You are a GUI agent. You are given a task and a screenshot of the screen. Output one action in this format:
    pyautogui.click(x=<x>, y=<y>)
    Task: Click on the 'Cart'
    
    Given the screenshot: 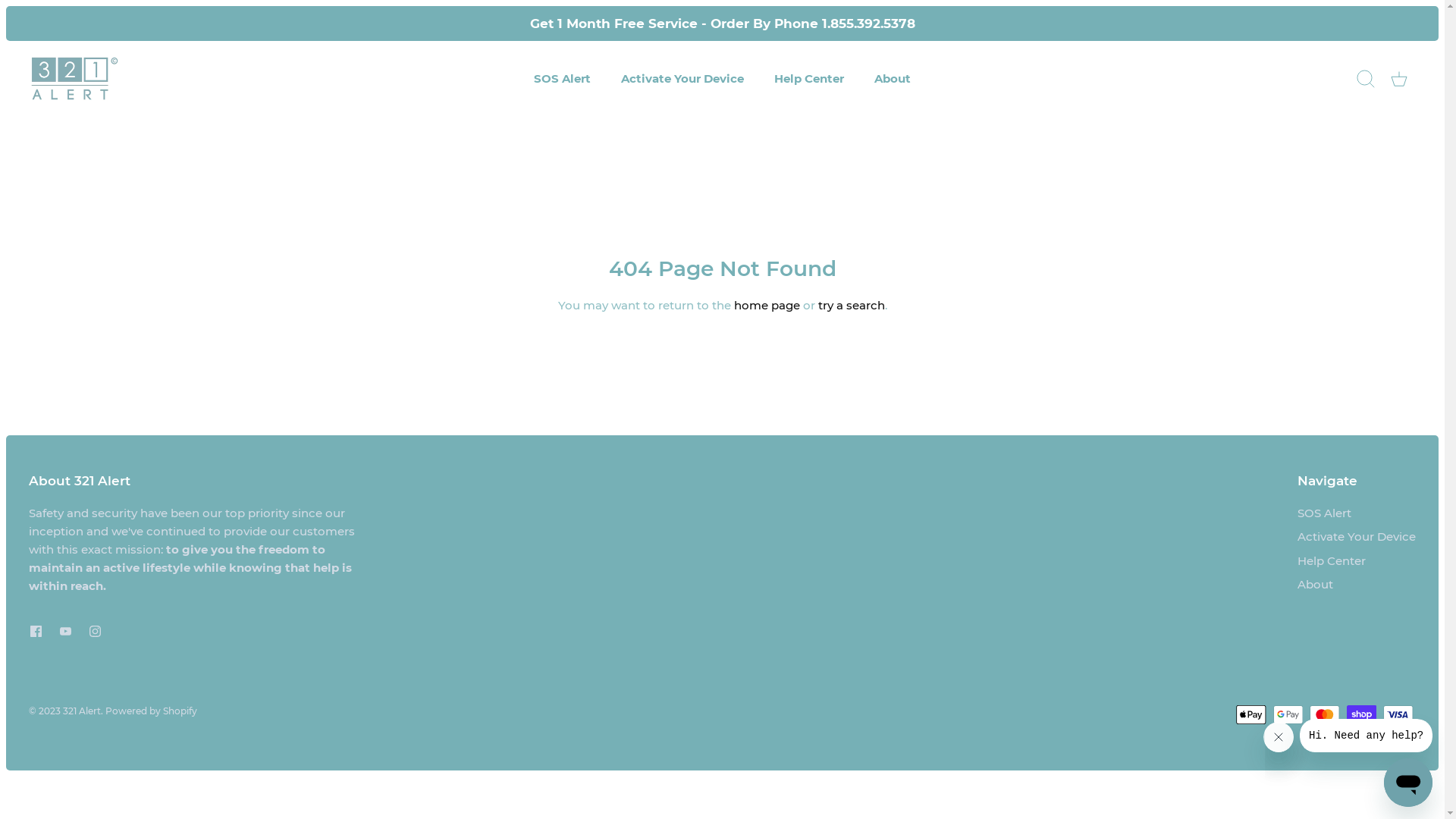 What is the action you would take?
    pyautogui.click(x=1398, y=79)
    